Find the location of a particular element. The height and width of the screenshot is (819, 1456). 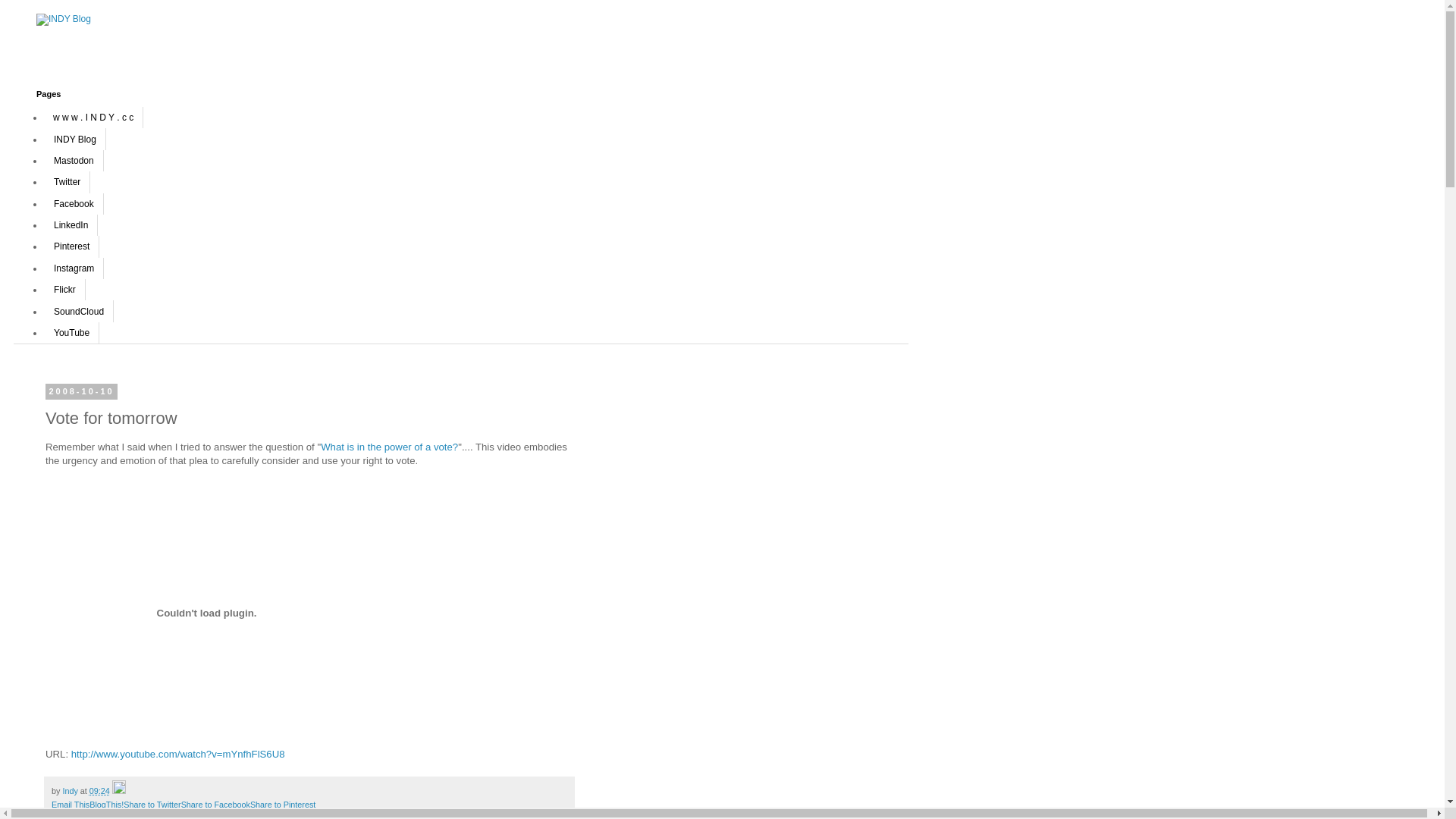

'Share to Pinterest' is located at coordinates (283, 803).